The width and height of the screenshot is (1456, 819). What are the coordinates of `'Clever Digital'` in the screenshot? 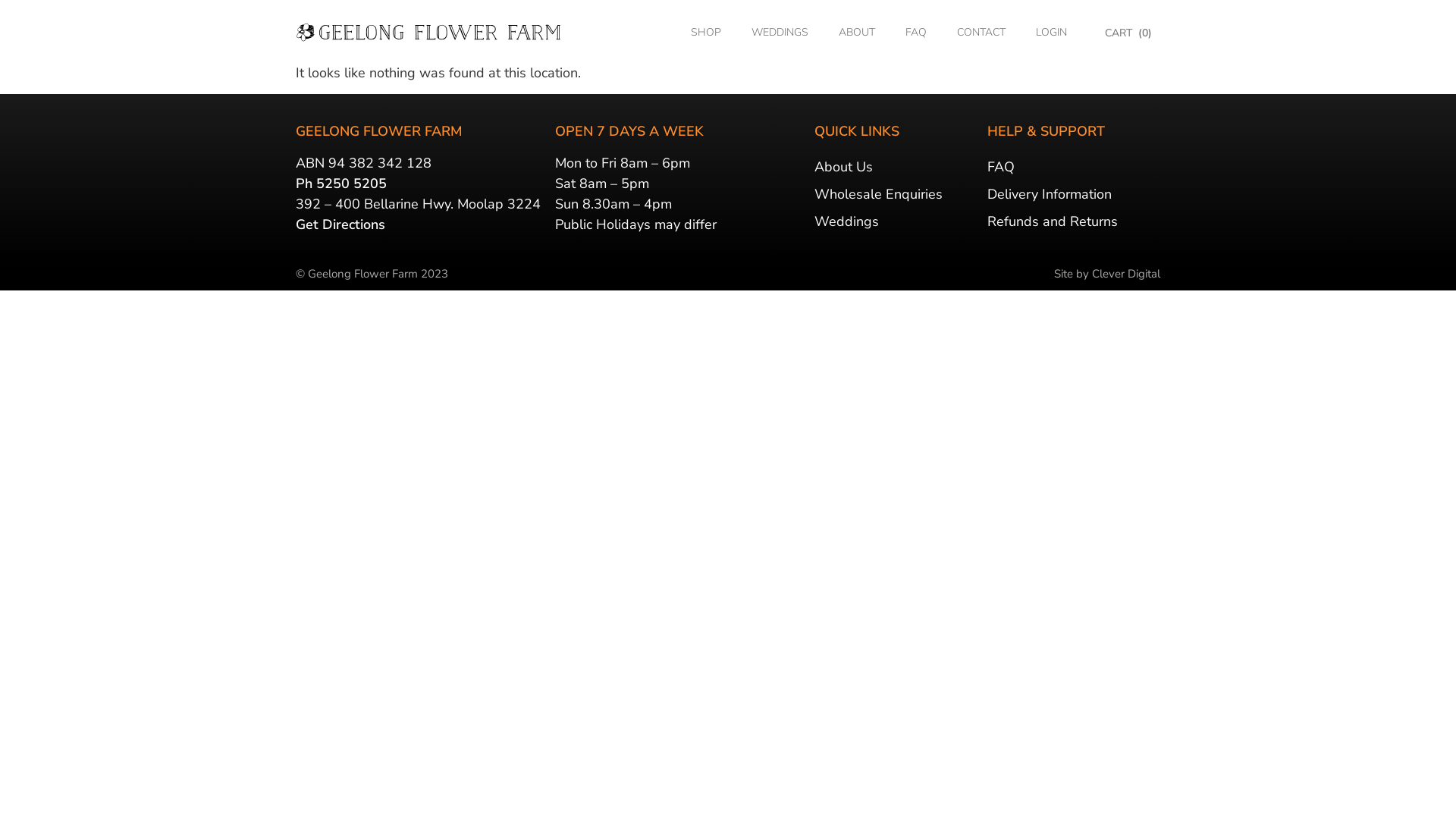 It's located at (1125, 274).